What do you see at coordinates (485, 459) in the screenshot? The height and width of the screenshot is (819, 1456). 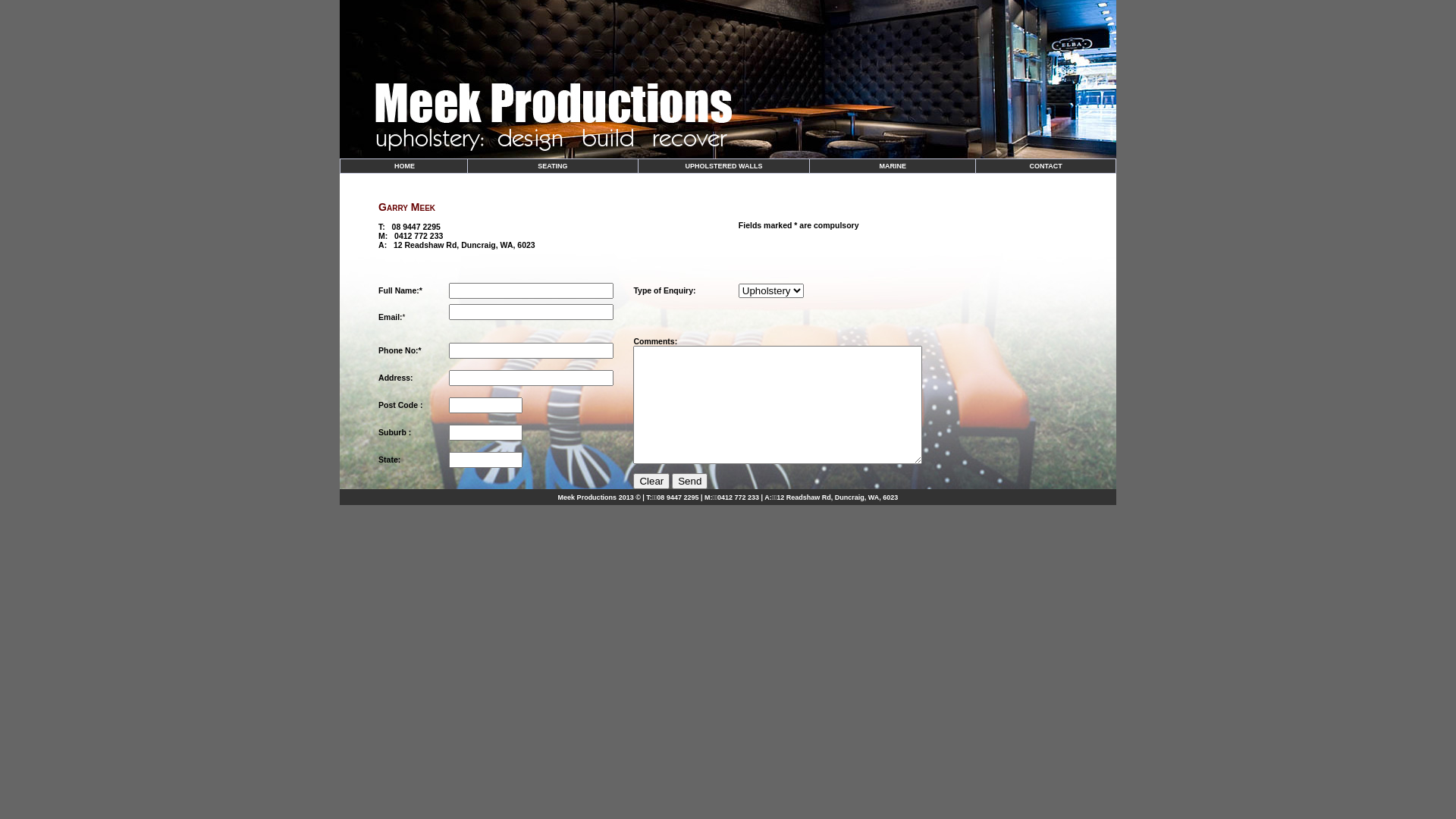 I see `'Enter your State'` at bounding box center [485, 459].